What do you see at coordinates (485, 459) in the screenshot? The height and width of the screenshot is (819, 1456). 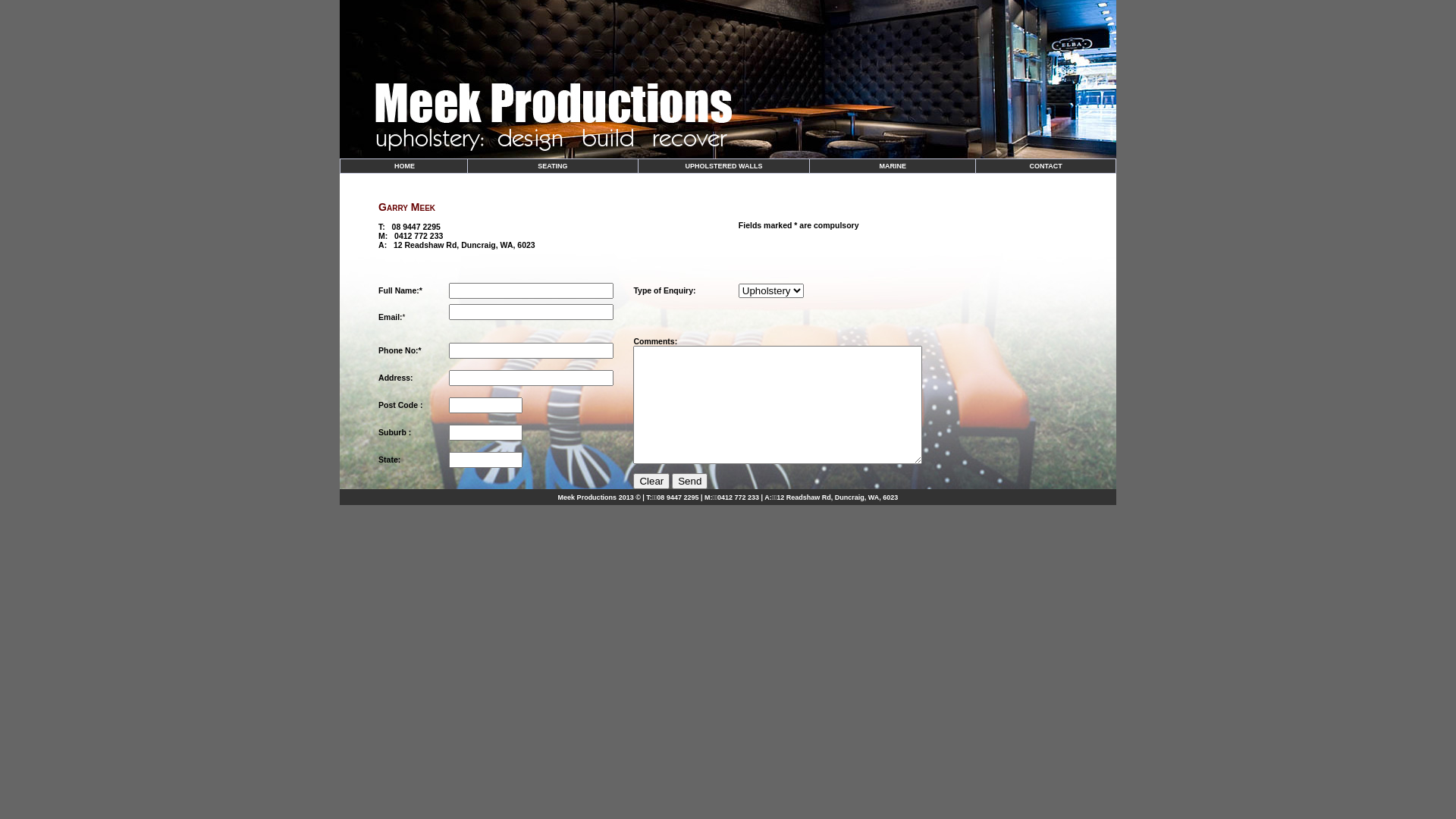 I see `'Enter your State'` at bounding box center [485, 459].